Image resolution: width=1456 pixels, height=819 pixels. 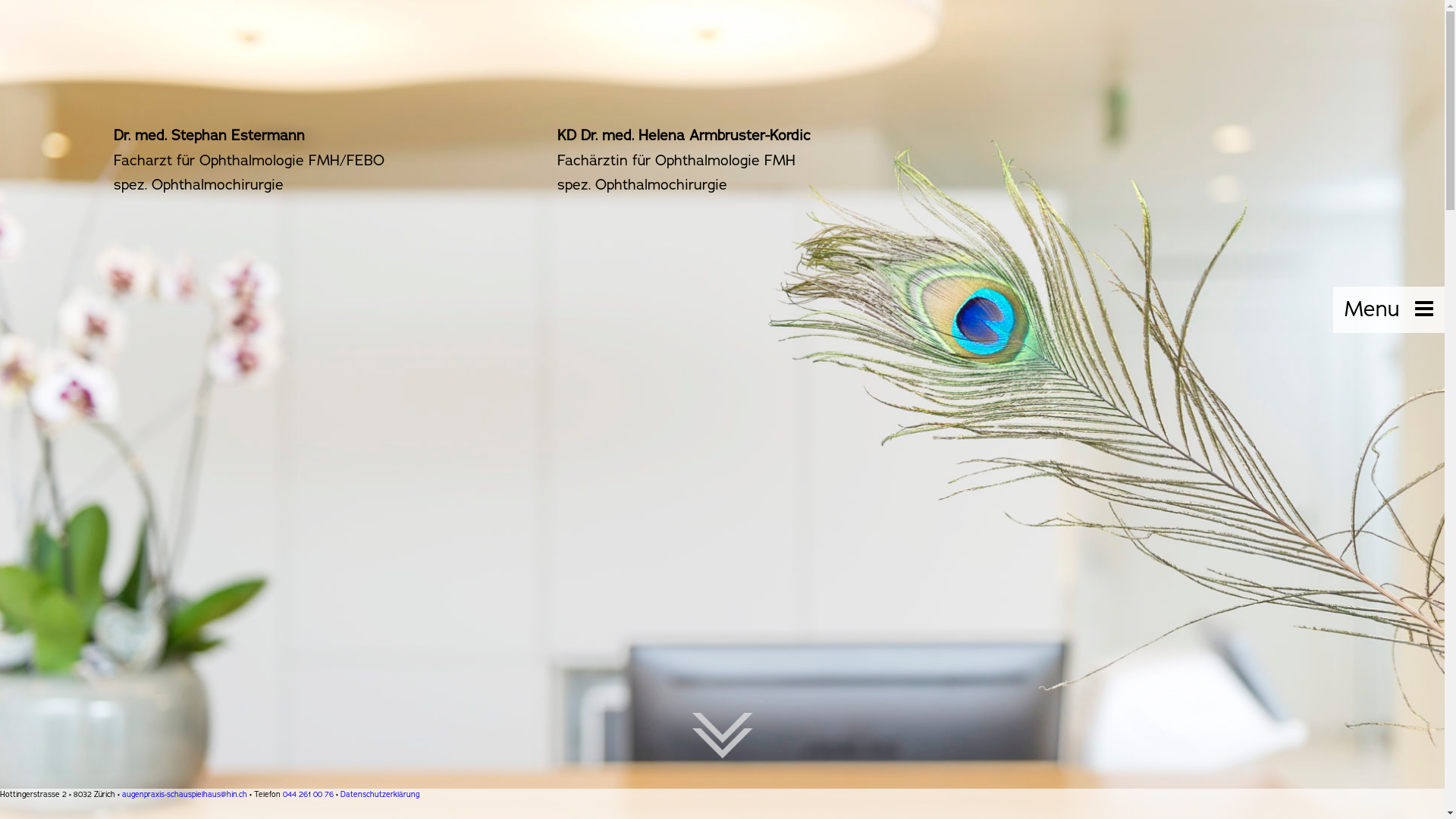 What do you see at coordinates (184, 794) in the screenshot?
I see `'augenpraxis-schauspielhaus@hin.ch'` at bounding box center [184, 794].